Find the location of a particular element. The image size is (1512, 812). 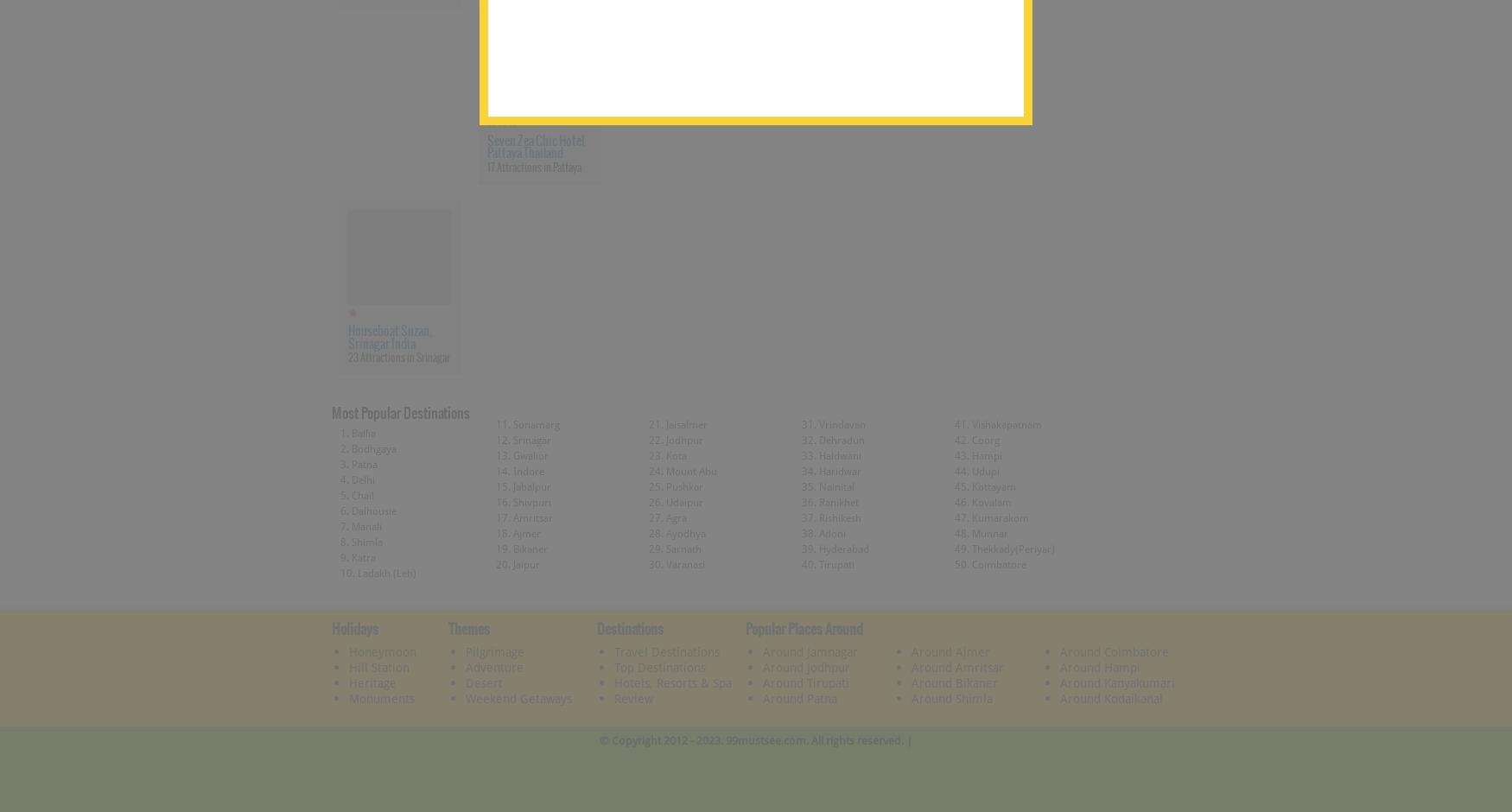

'Holidays' is located at coordinates (330, 629).